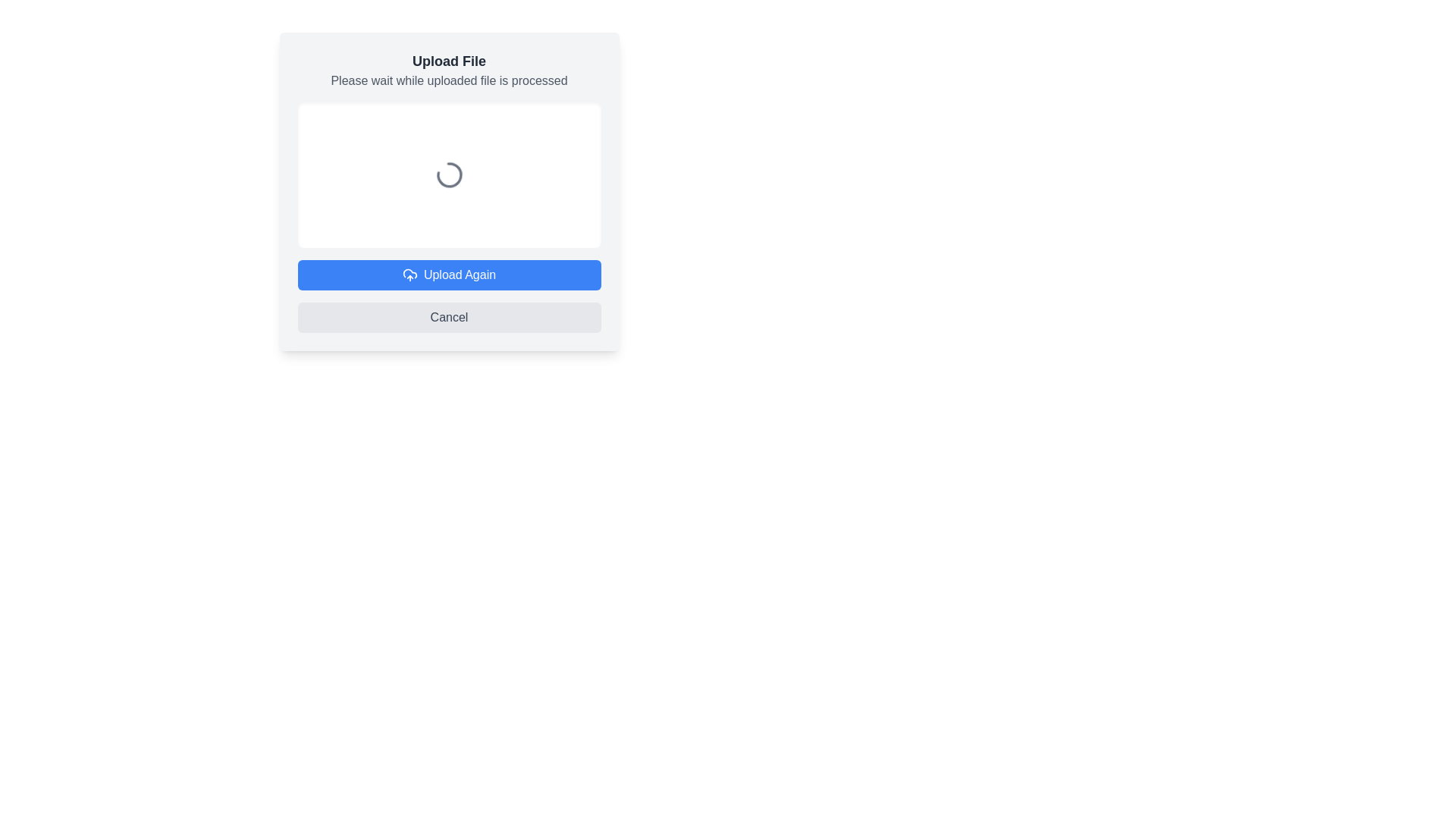 This screenshot has width=1456, height=819. What do you see at coordinates (448, 81) in the screenshot?
I see `the static text label that reads 'Please wait while uploaded file is processed', which is located directly below the title 'Upload File' in the centered modal` at bounding box center [448, 81].